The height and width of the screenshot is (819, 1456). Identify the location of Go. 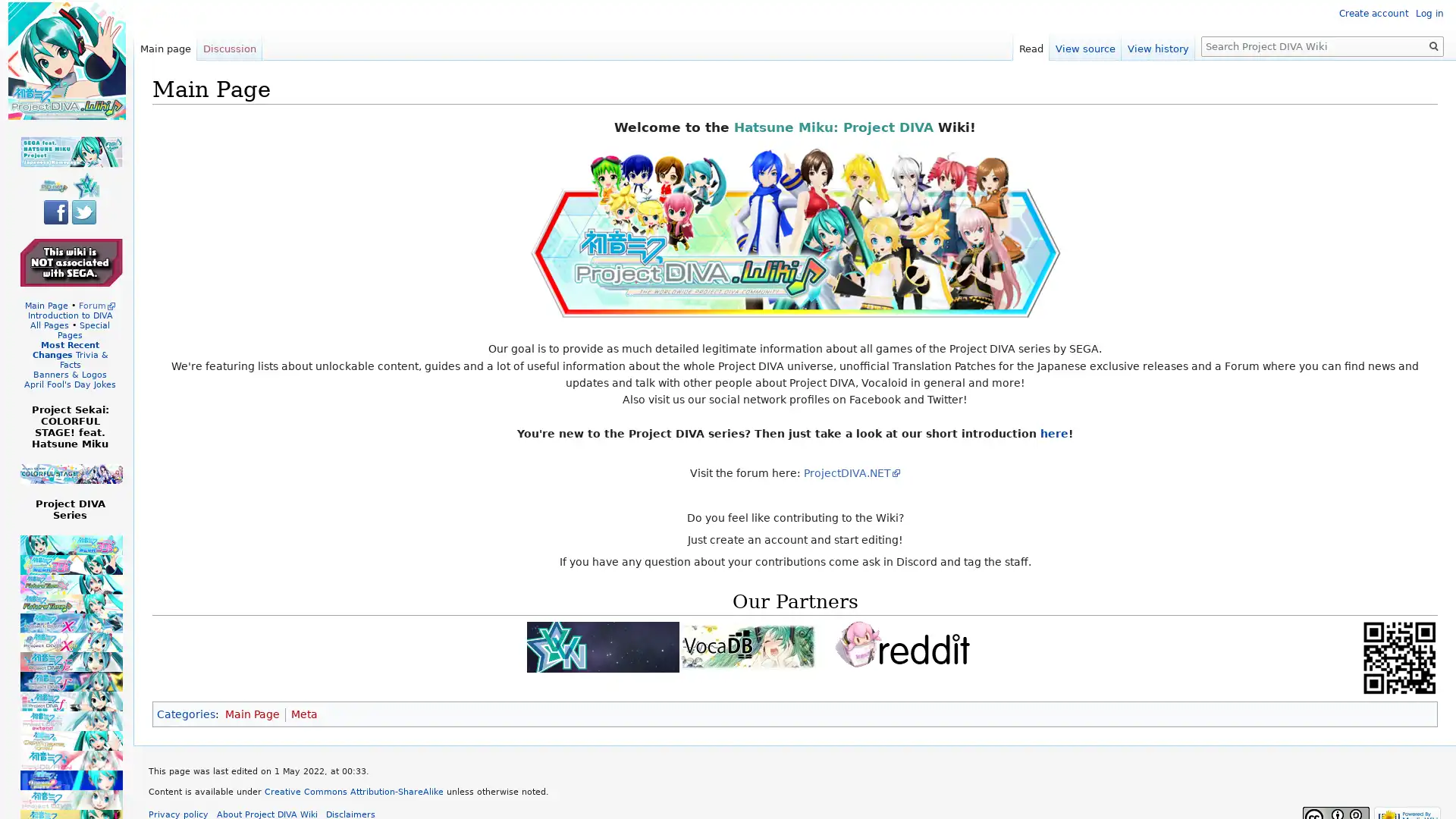
(1433, 45).